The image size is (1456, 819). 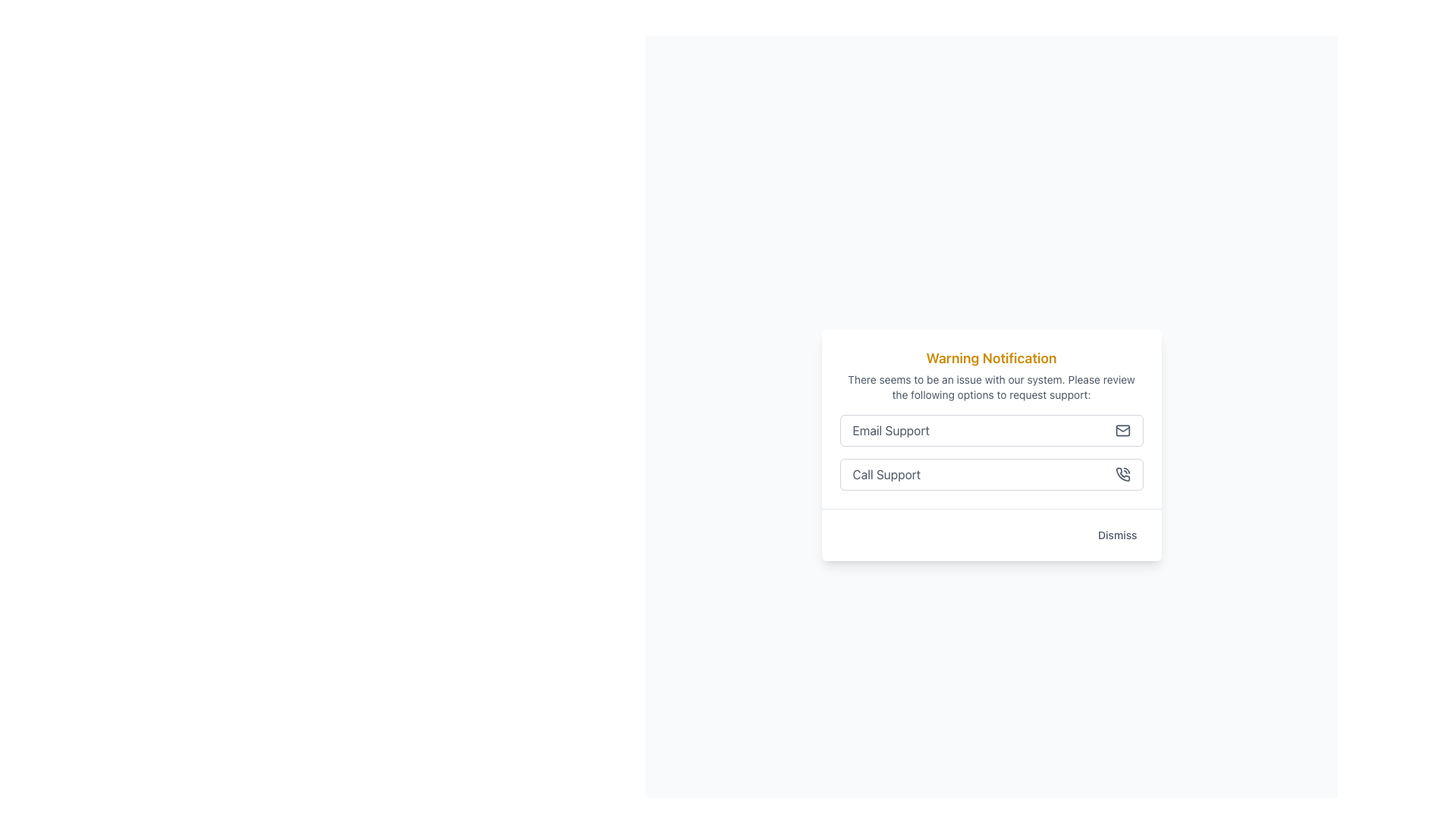 I want to click on informational label located in the notification card, positioned below the header 'Warning Notification' and above the 'Email Support' and 'Call Support' buttons, so click(x=991, y=386).